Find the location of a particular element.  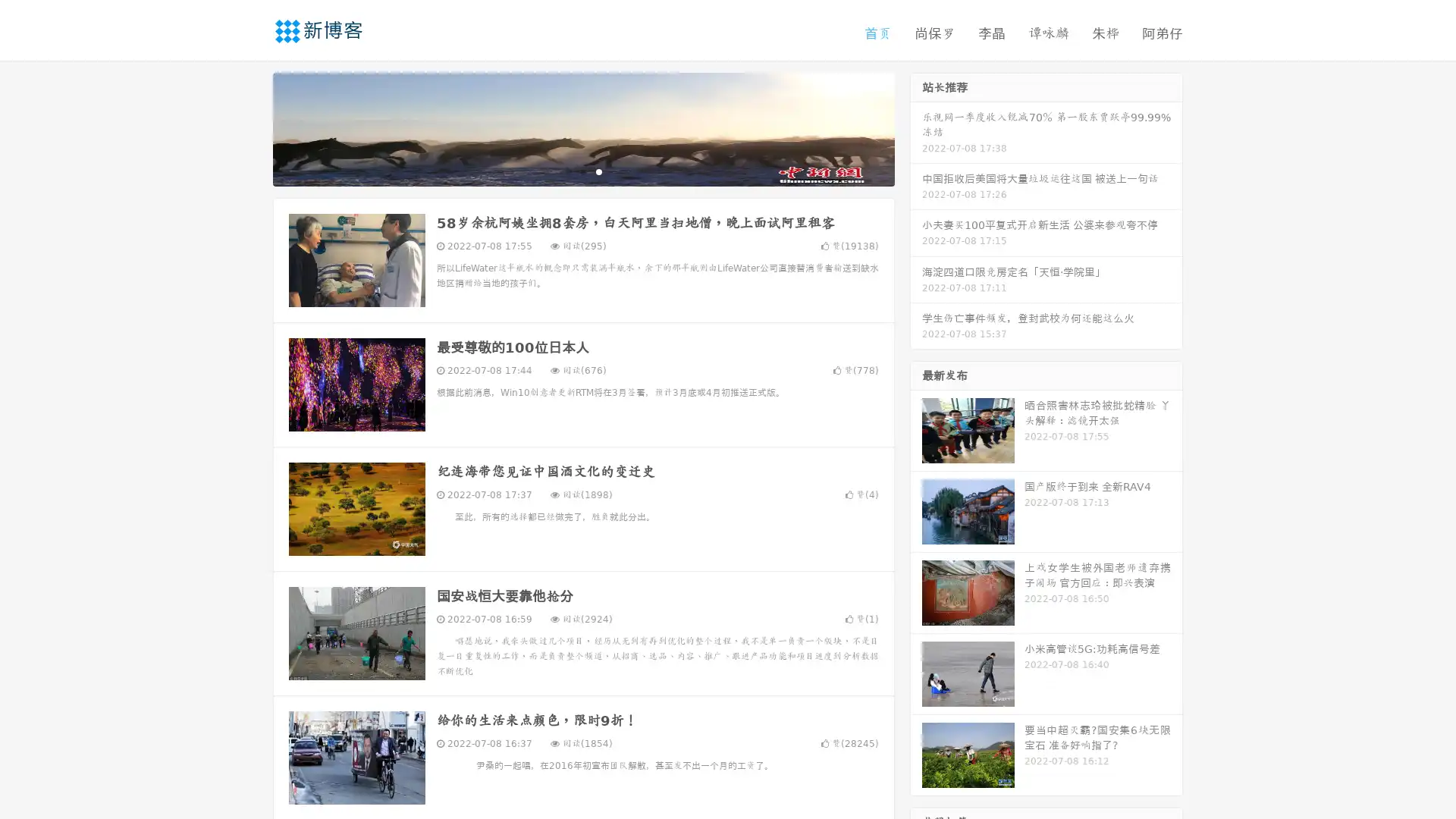

Go to slide 2 is located at coordinates (582, 171).